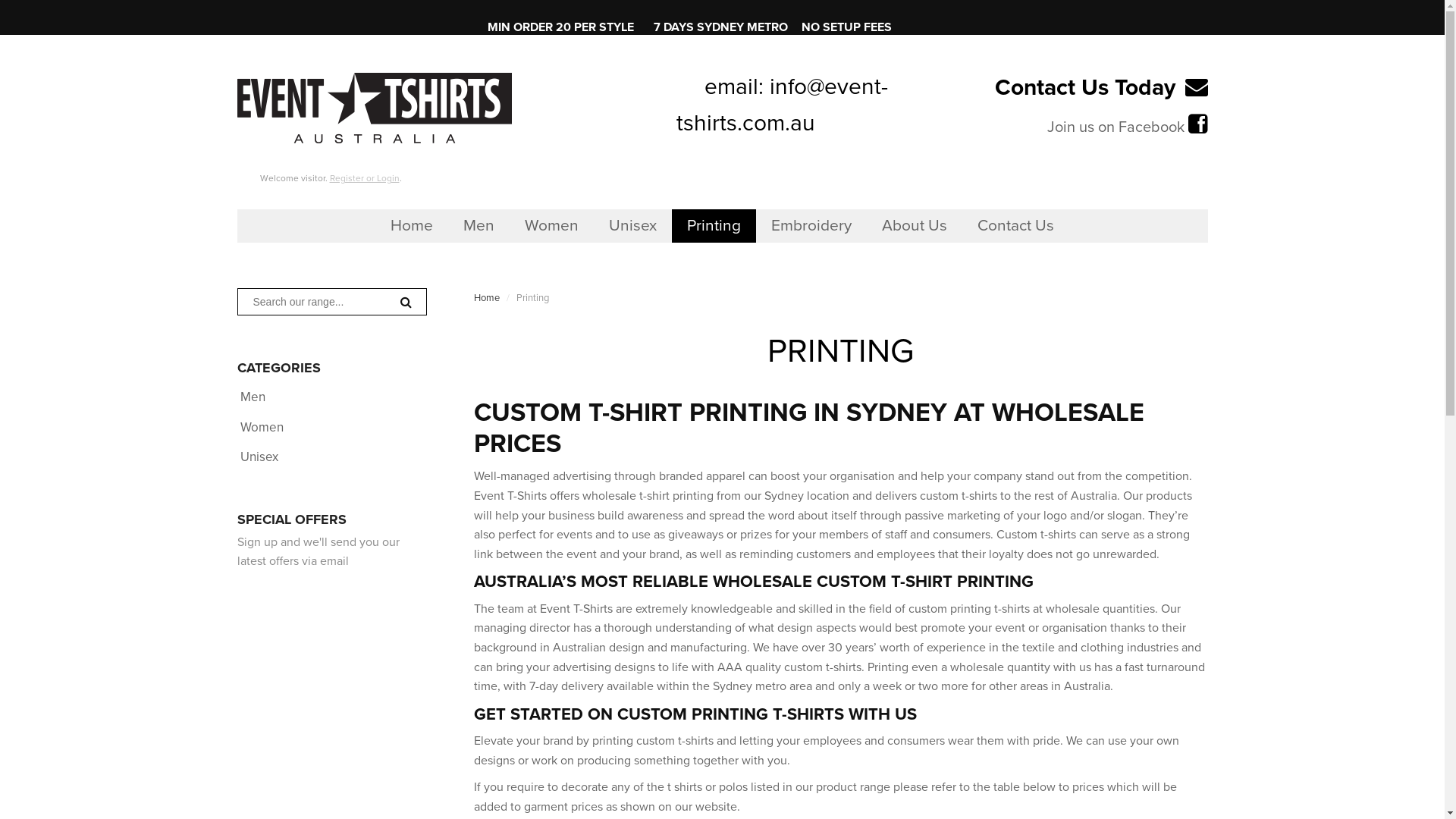 The image size is (1456, 819). Describe the element at coordinates (811, 225) in the screenshot. I see `'Embroidery'` at that location.